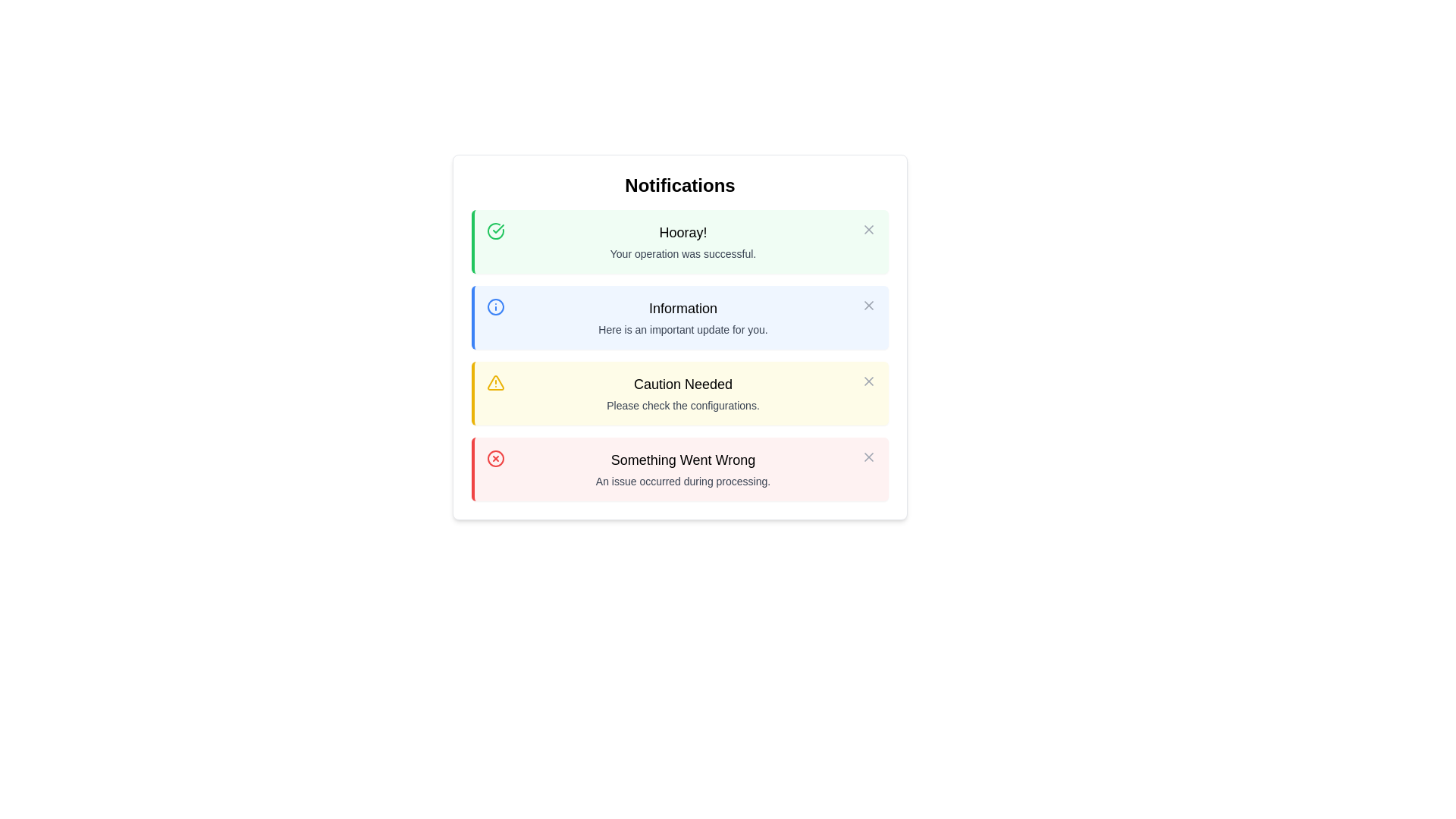 This screenshot has width=1456, height=819. I want to click on the error notification in the notification panel, which is the fourth in a vertical list and located below the 'Caution Needed' notification, so click(679, 468).